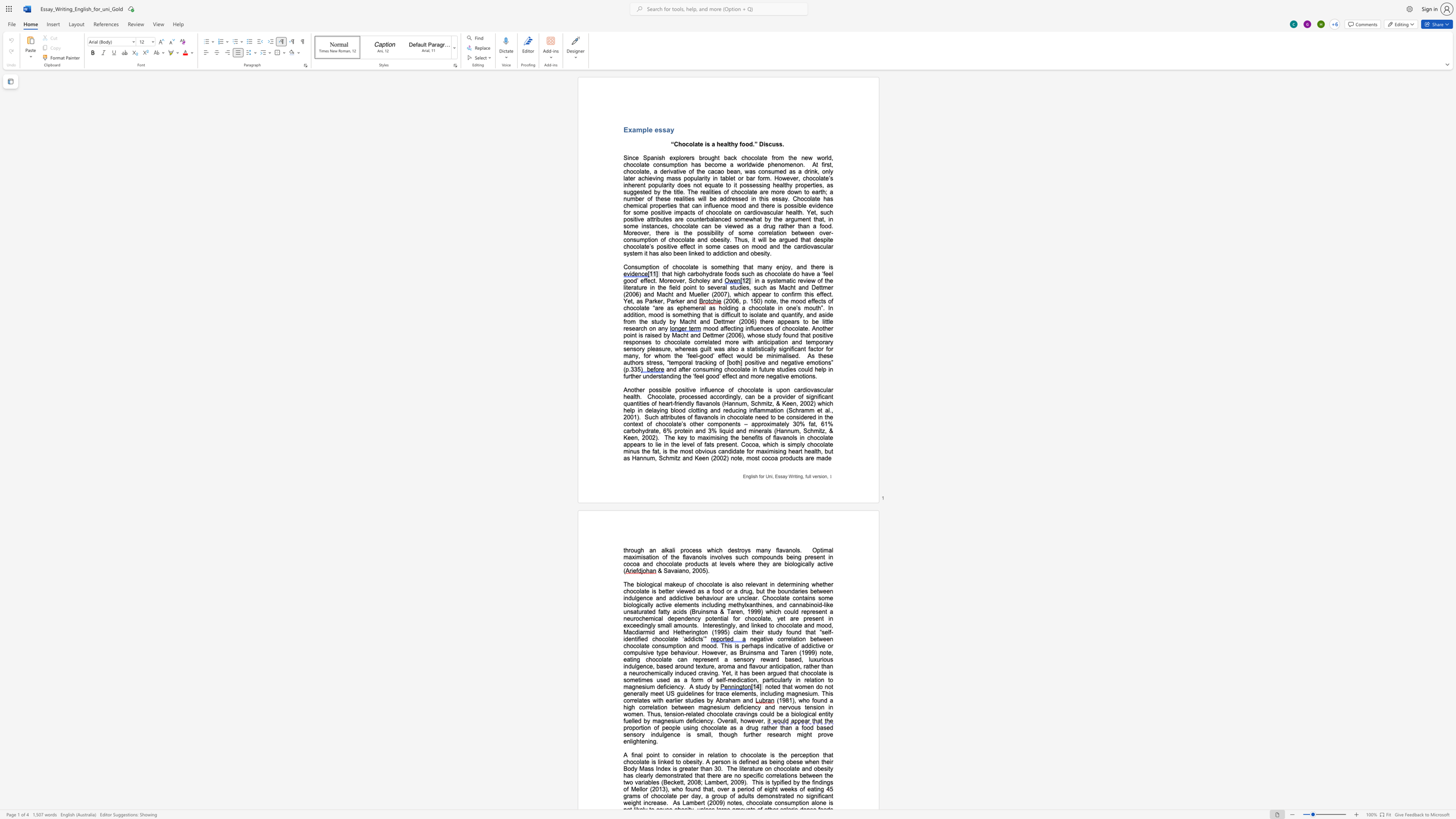 The height and width of the screenshot is (819, 1456). Describe the element at coordinates (782, 144) in the screenshot. I see `the space between the continuous character "s" and "." in the text` at that location.